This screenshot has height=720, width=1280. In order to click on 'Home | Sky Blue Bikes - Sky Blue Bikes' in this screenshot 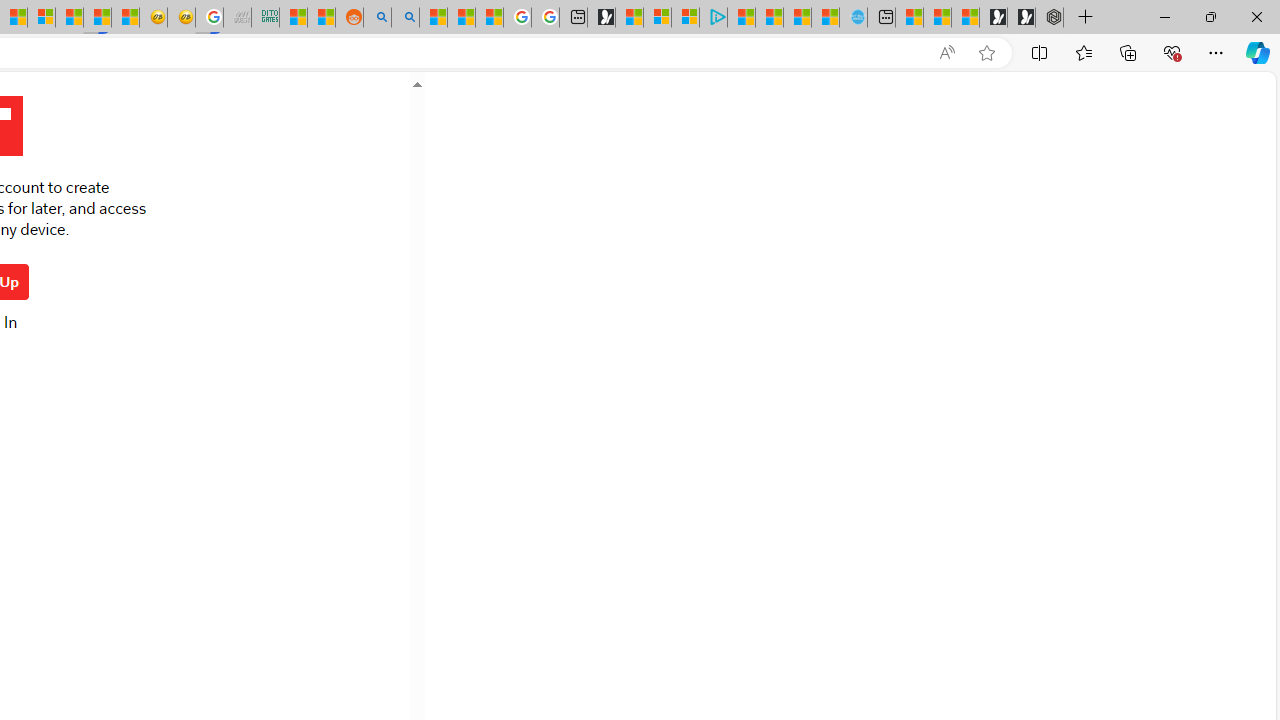, I will do `click(853, 17)`.